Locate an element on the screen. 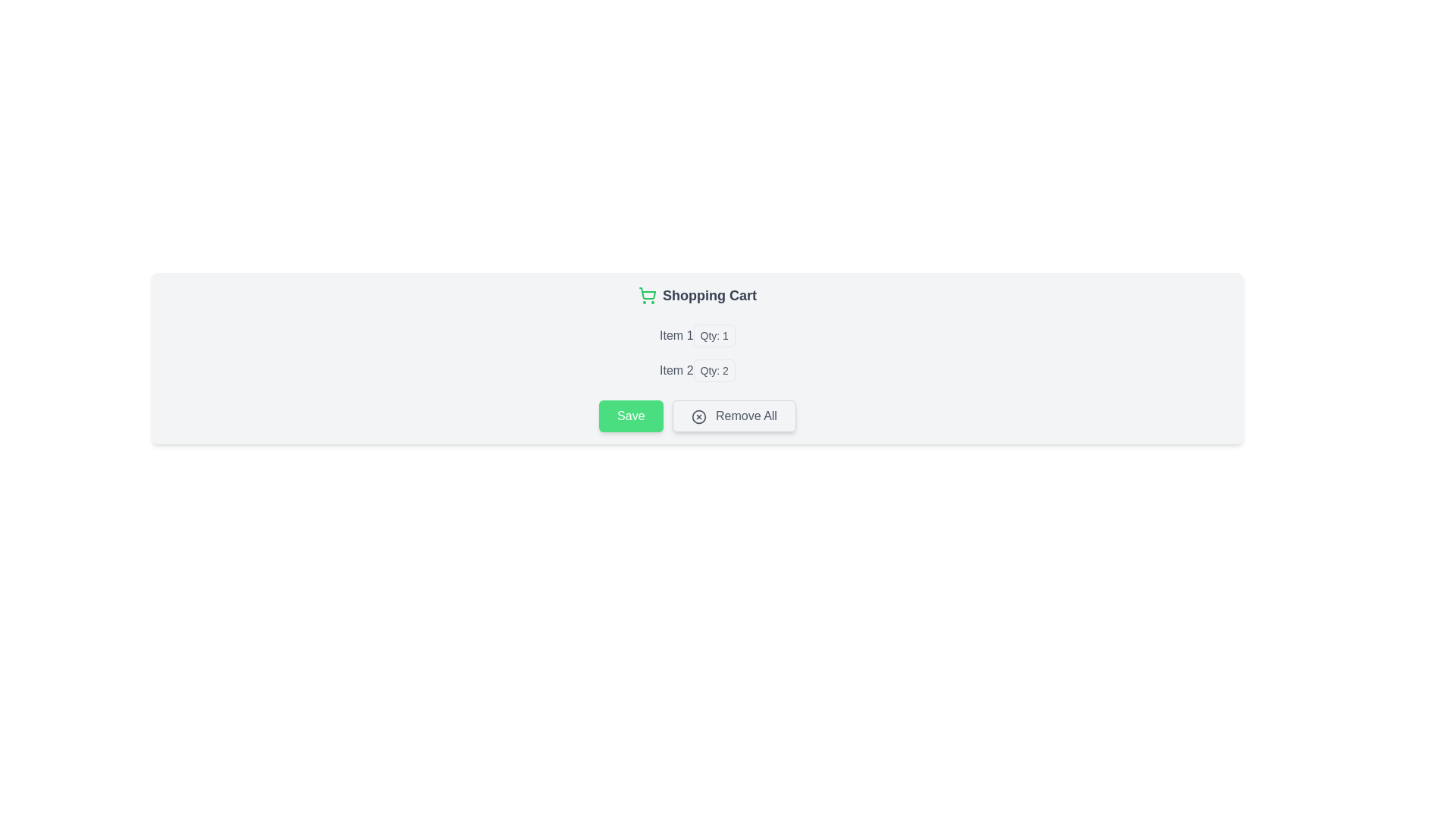  the remove action icon located on the left side of the 'Remove All' button is located at coordinates (698, 416).